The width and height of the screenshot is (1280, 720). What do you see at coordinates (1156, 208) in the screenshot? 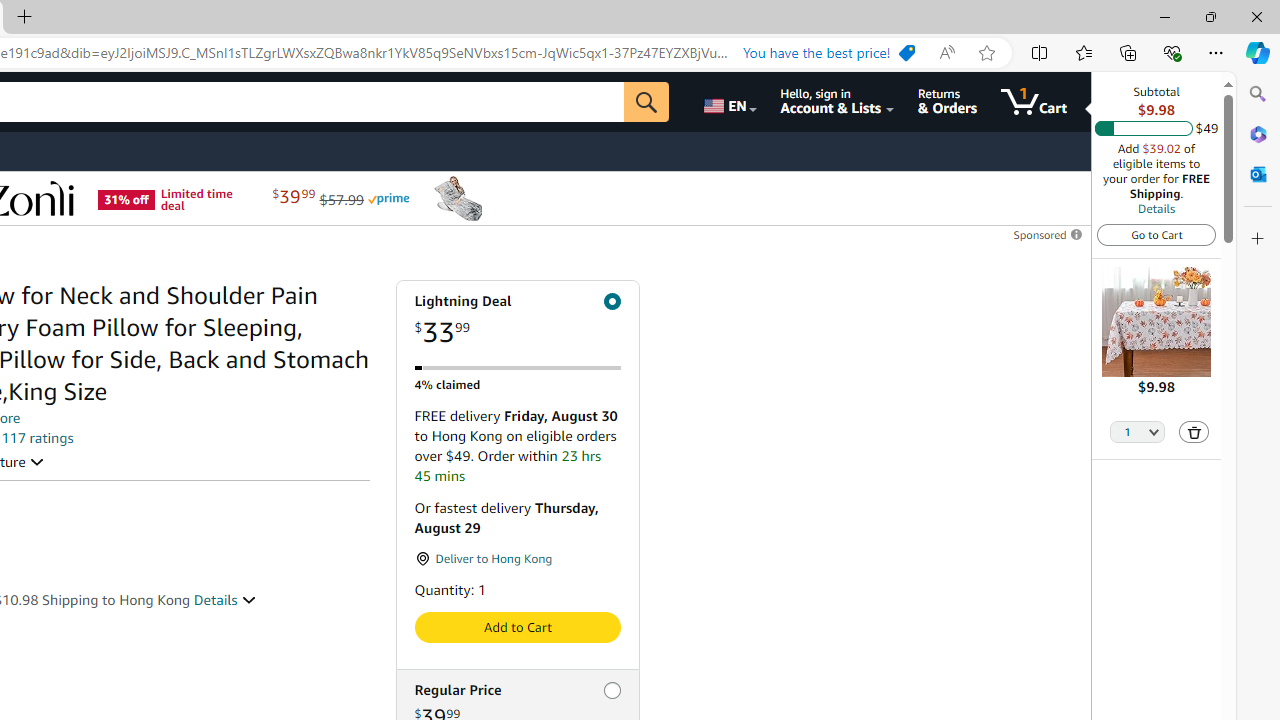
I see `'Details'` at bounding box center [1156, 208].